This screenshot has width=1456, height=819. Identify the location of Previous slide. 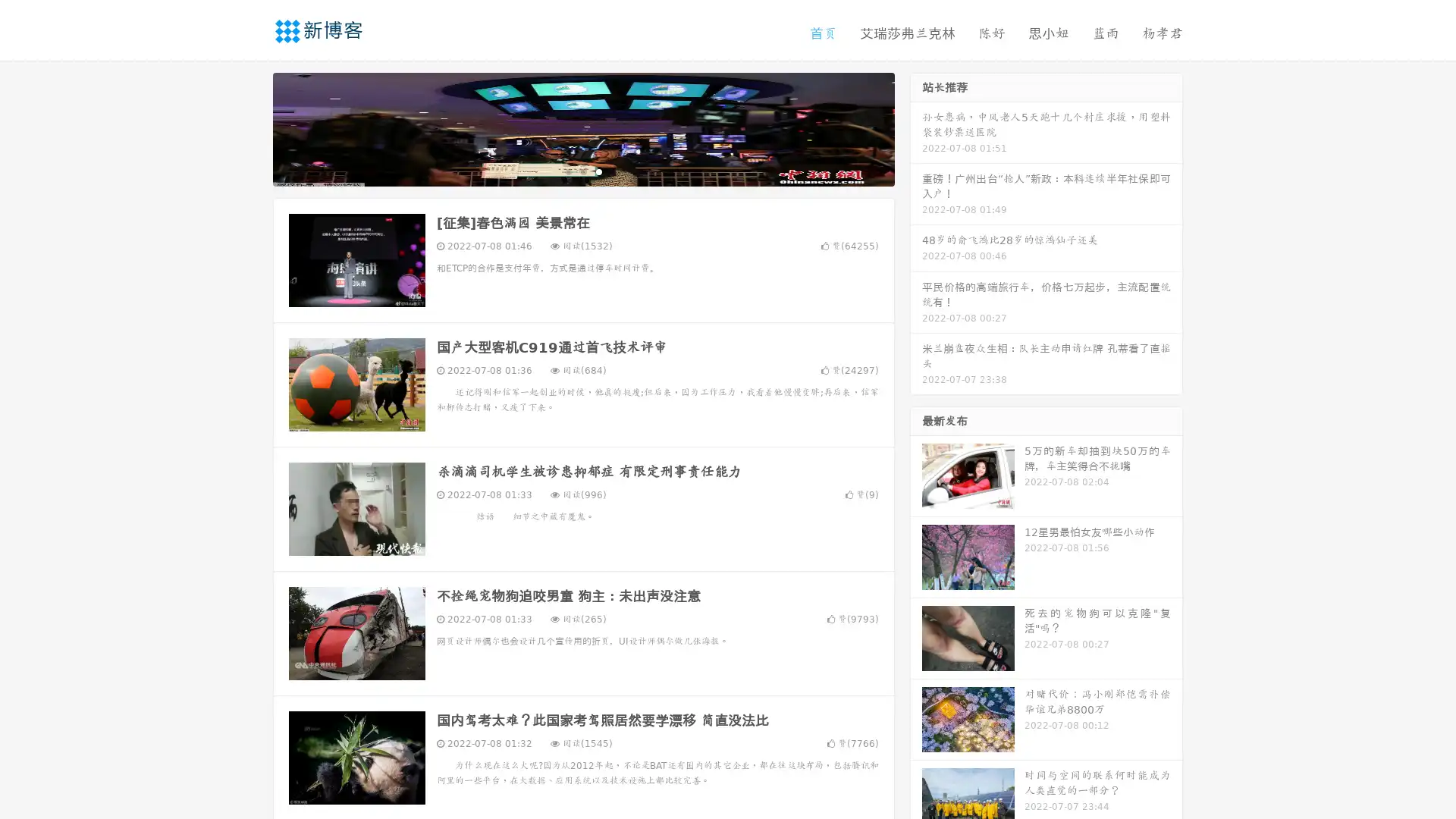
(250, 127).